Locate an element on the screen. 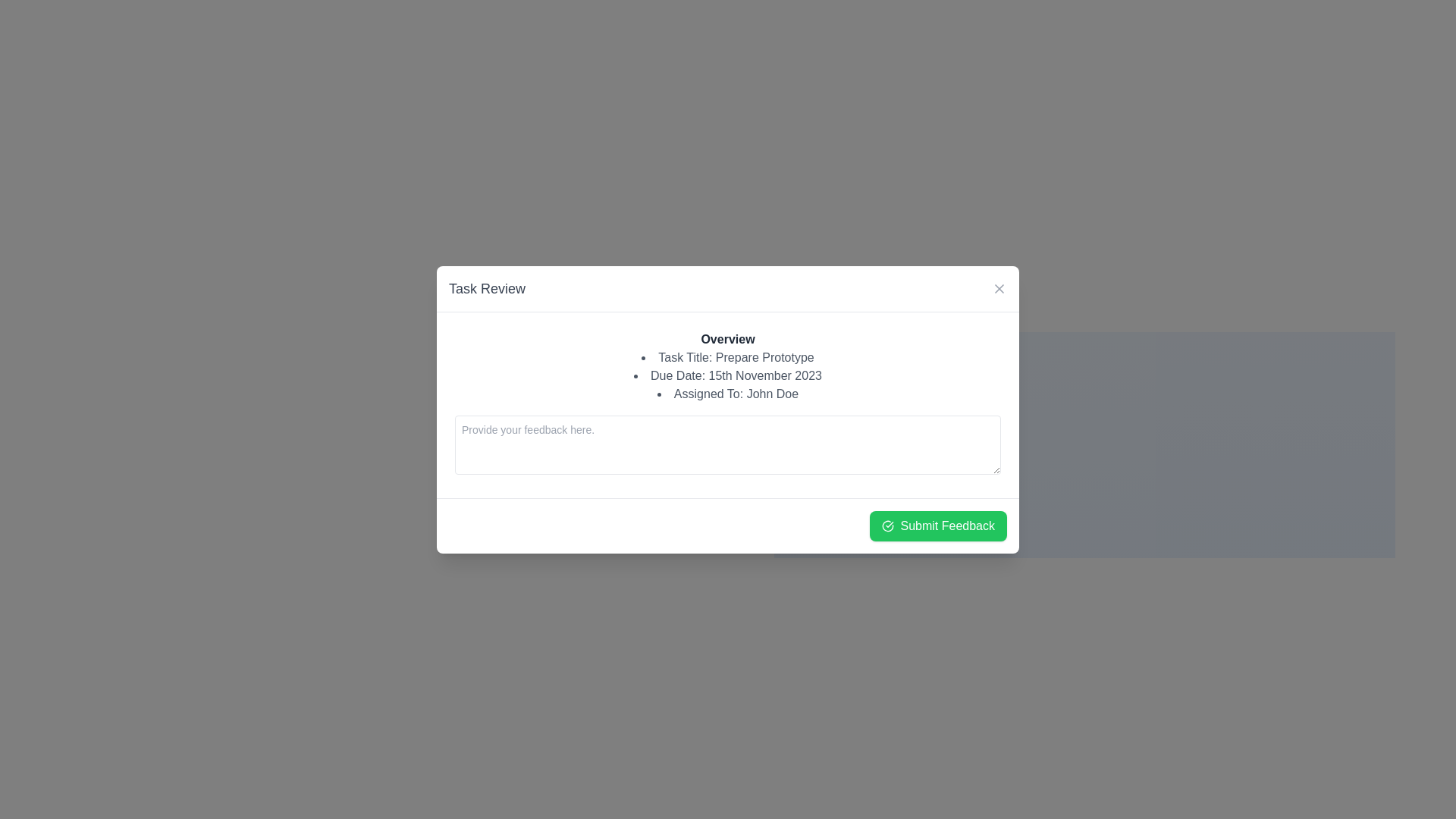 This screenshot has width=1456, height=819. the 'Submit Feedback' button with a green background and white text to change its color is located at coordinates (937, 525).